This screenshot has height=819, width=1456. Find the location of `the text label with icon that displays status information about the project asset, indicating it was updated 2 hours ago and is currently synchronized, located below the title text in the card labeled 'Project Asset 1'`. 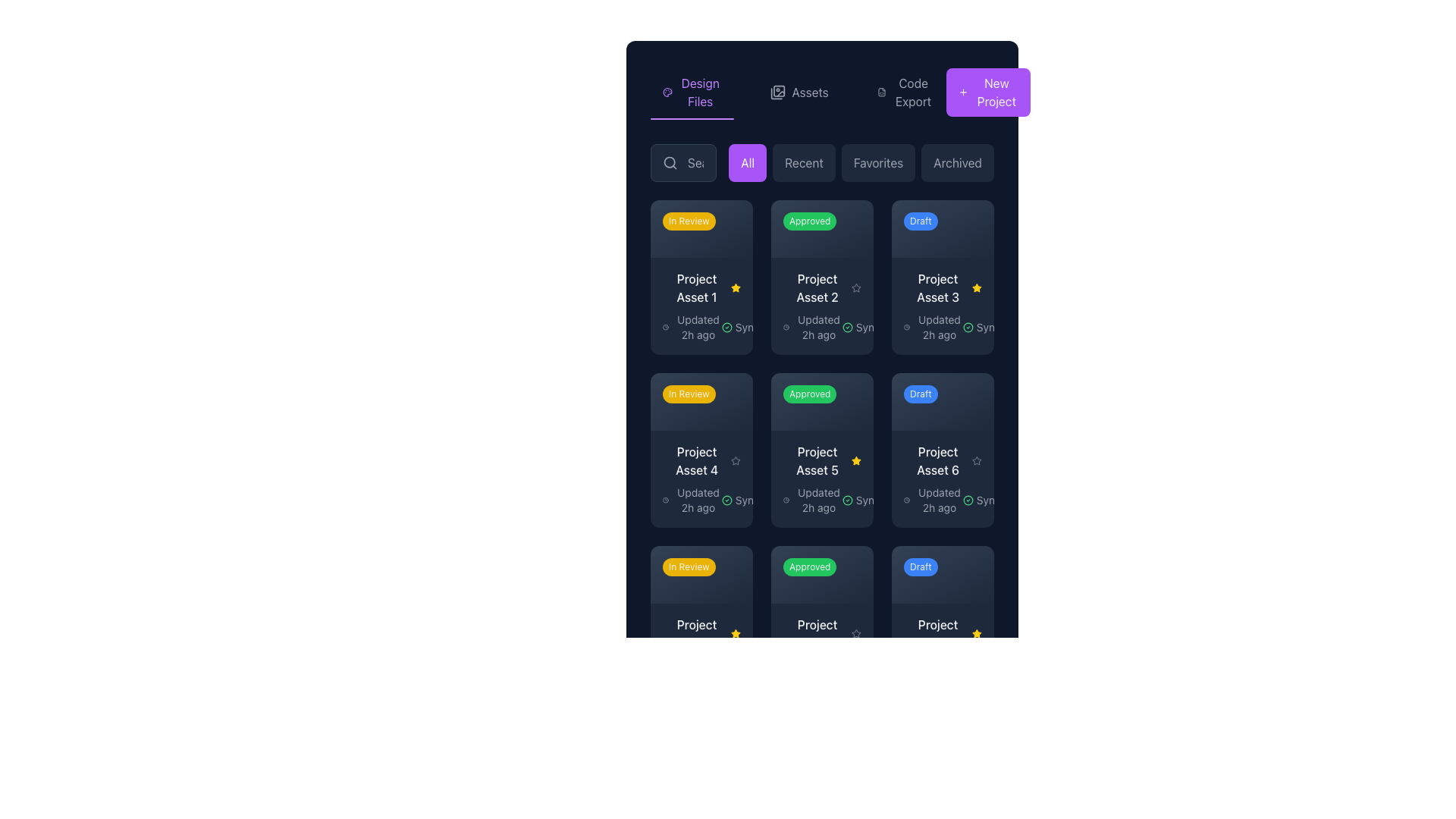

the text label with icon that displays status information about the project asset, indicating it was updated 2 hours ago and is currently synchronized, located below the title text in the card labeled 'Project Asset 1' is located at coordinates (701, 326).